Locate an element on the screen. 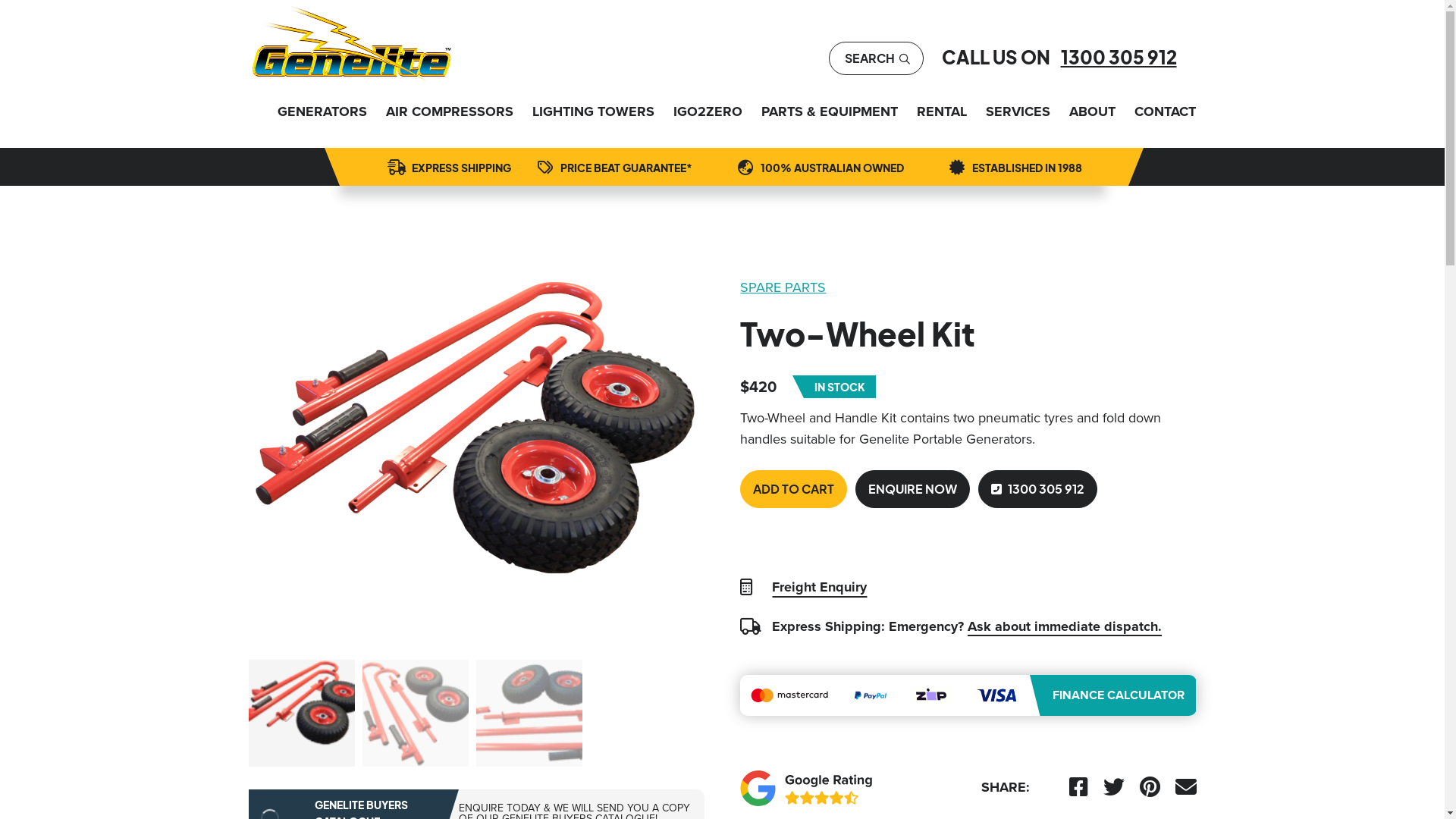 The width and height of the screenshot is (1456, 819). 'CONTACT' is located at coordinates (1164, 110).